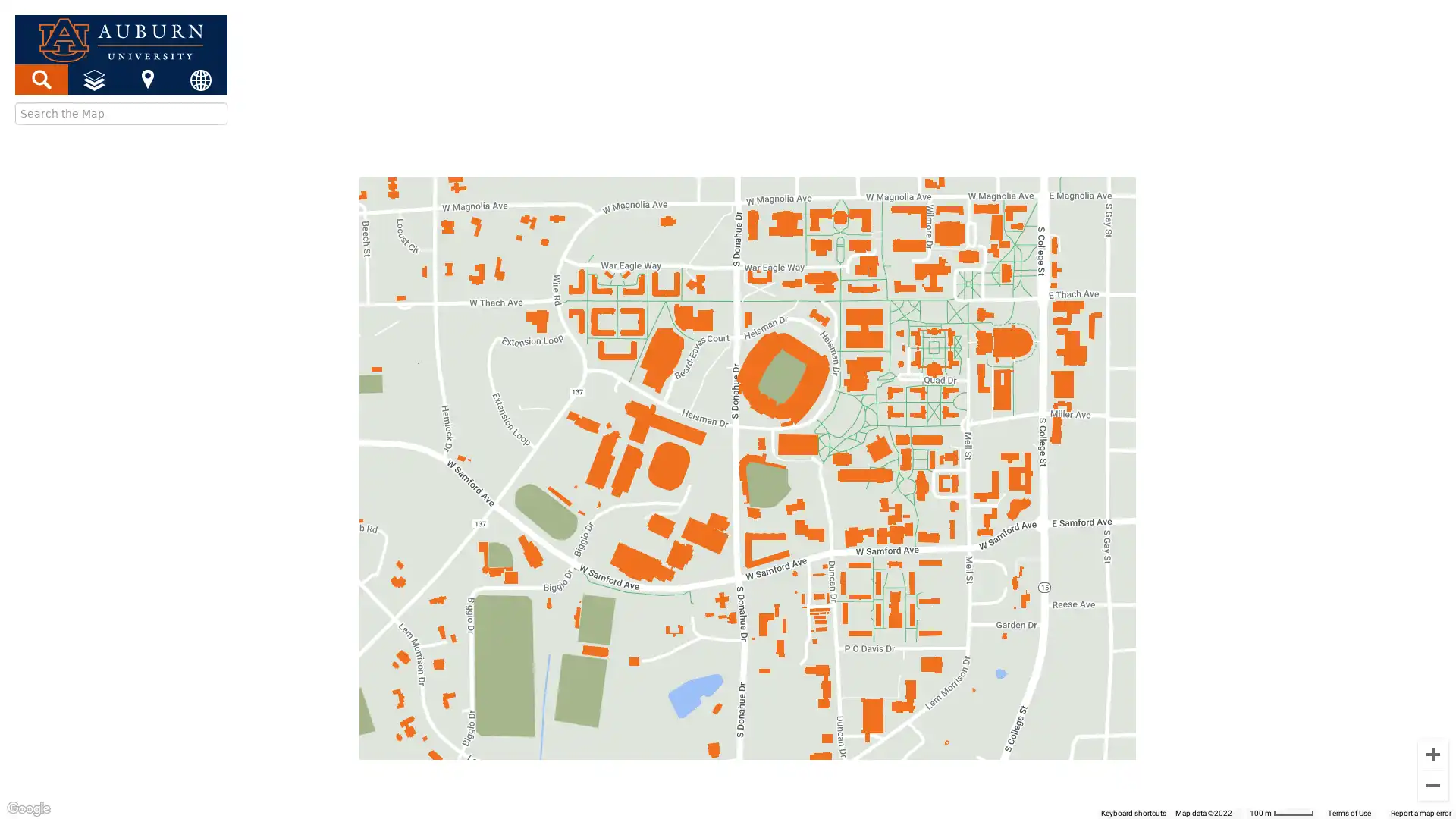 The width and height of the screenshot is (1456, 819). Describe the element at coordinates (1432, 785) in the screenshot. I see `Zoom out` at that location.